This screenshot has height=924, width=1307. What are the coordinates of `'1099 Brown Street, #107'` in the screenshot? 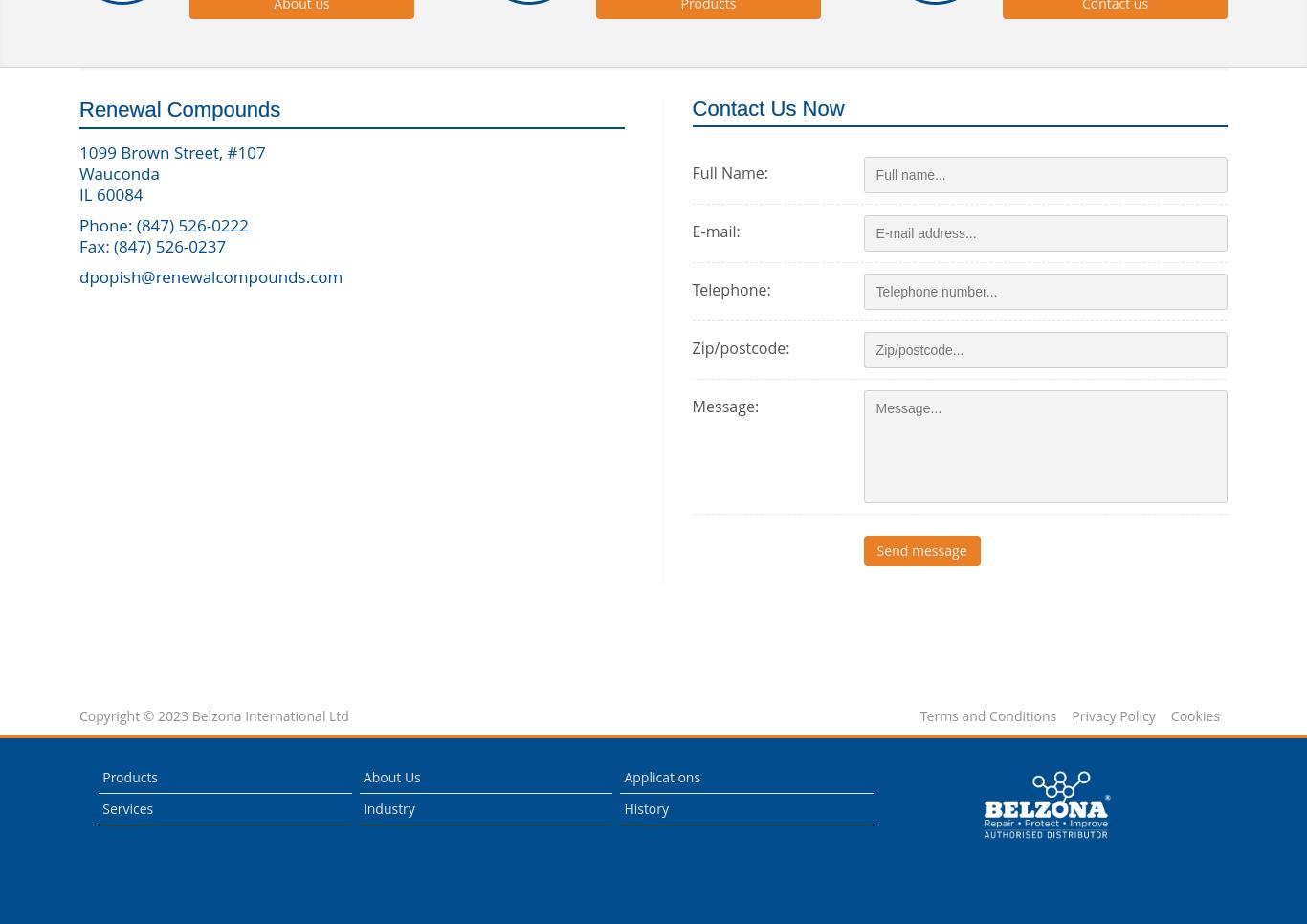 It's located at (79, 150).